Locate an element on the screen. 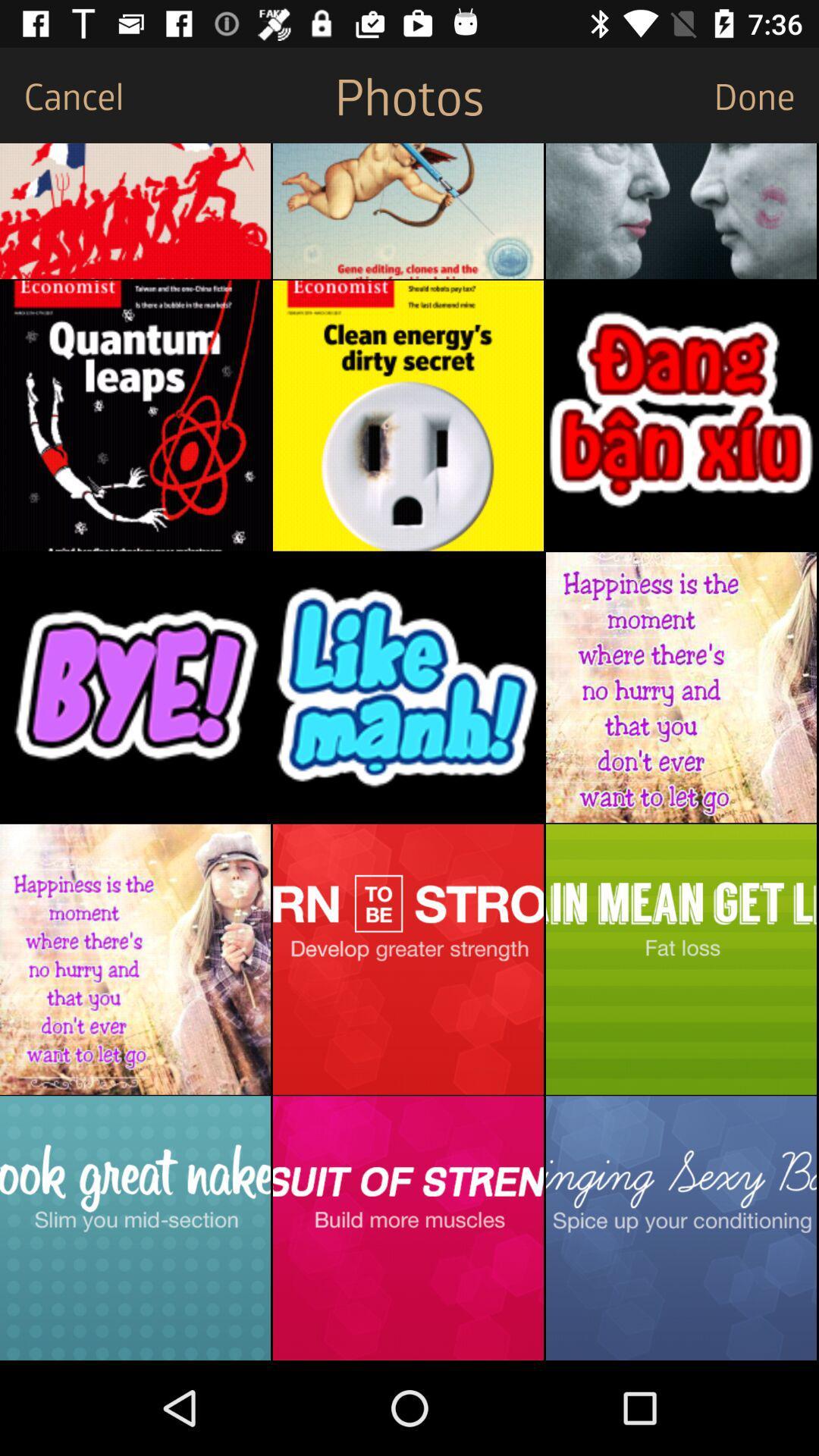  the photos icon is located at coordinates (409, 94).